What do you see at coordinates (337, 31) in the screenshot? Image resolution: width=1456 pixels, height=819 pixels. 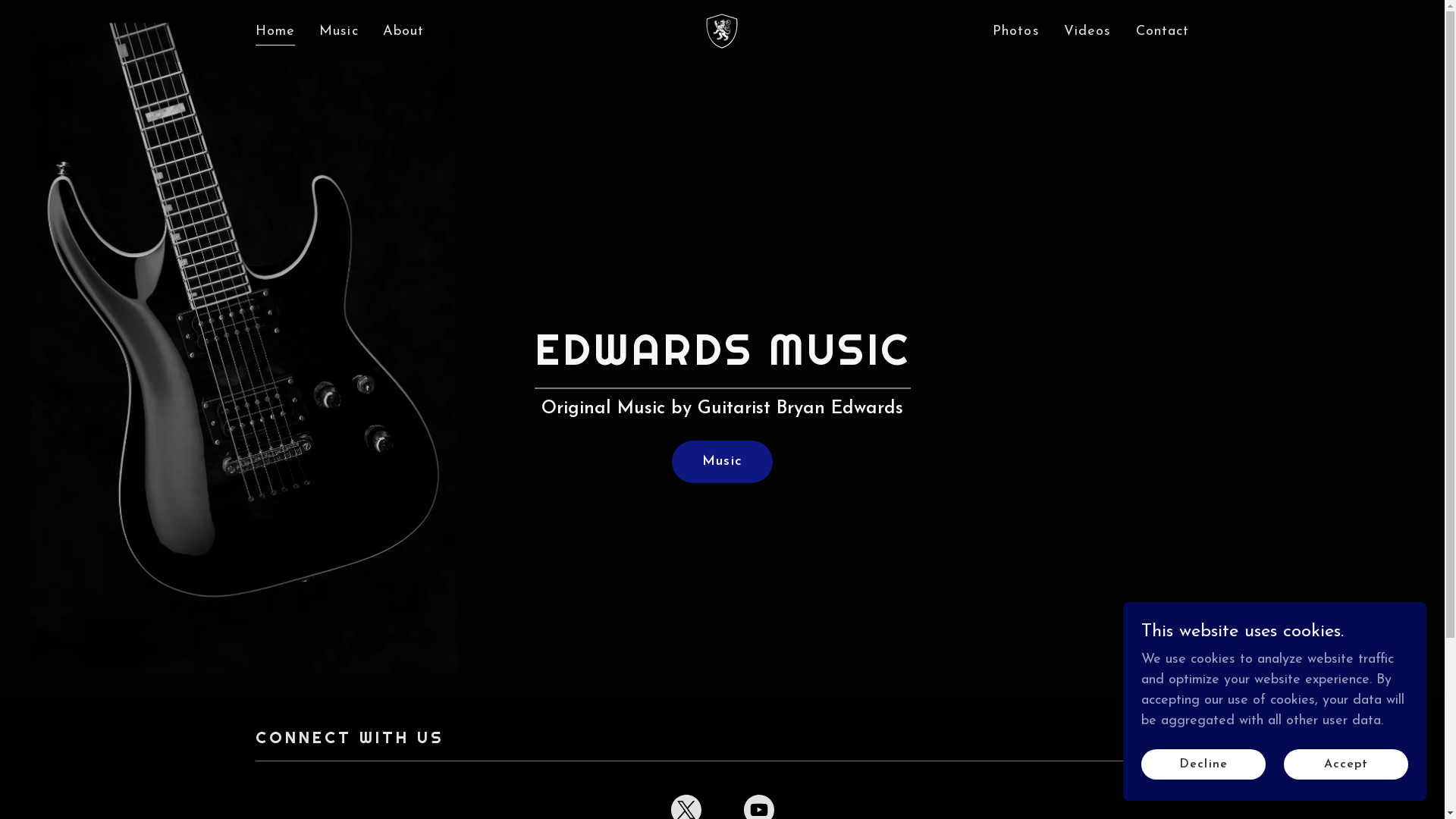 I see `'Music'` at bounding box center [337, 31].